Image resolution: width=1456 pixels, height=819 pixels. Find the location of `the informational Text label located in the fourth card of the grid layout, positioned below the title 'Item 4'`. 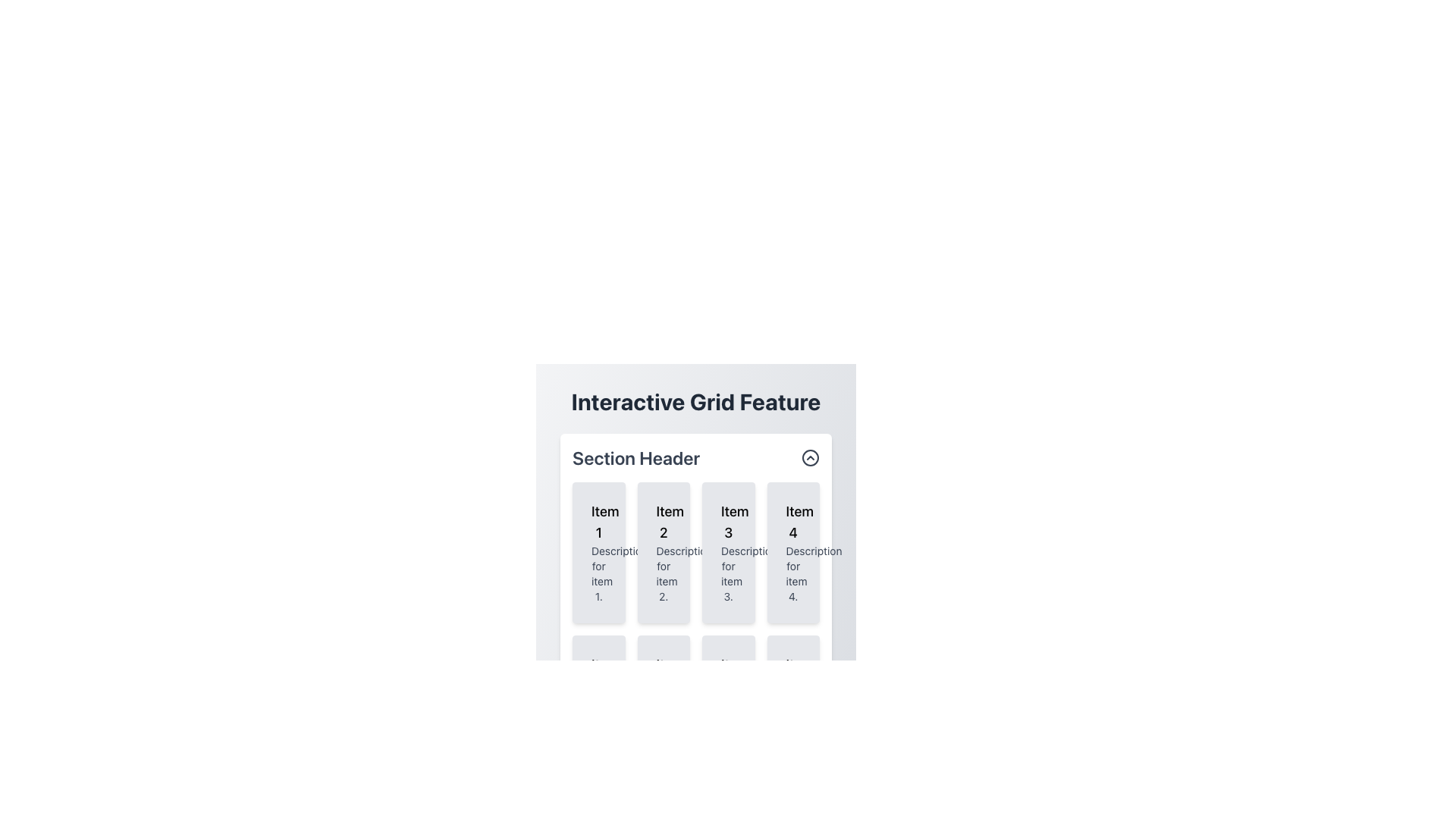

the informational Text label located in the fourth card of the grid layout, positioned below the title 'Item 4' is located at coordinates (792, 573).